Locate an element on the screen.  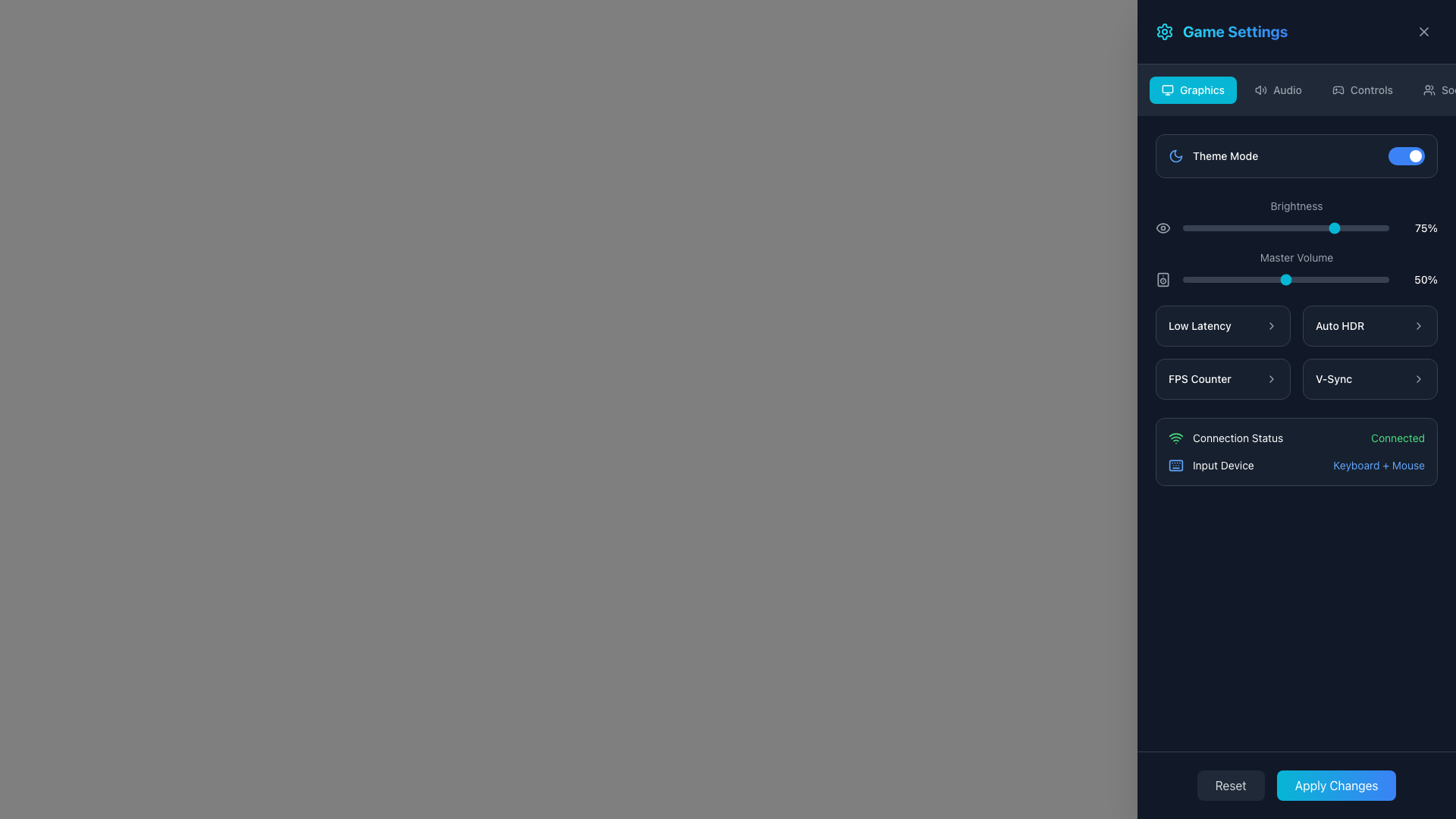
the green Wi-Fi icon with three arcs and a dot, located in the 'Connection Status' section of the settings panel, to the left of the text 'Connection Status' is located at coordinates (1175, 438).